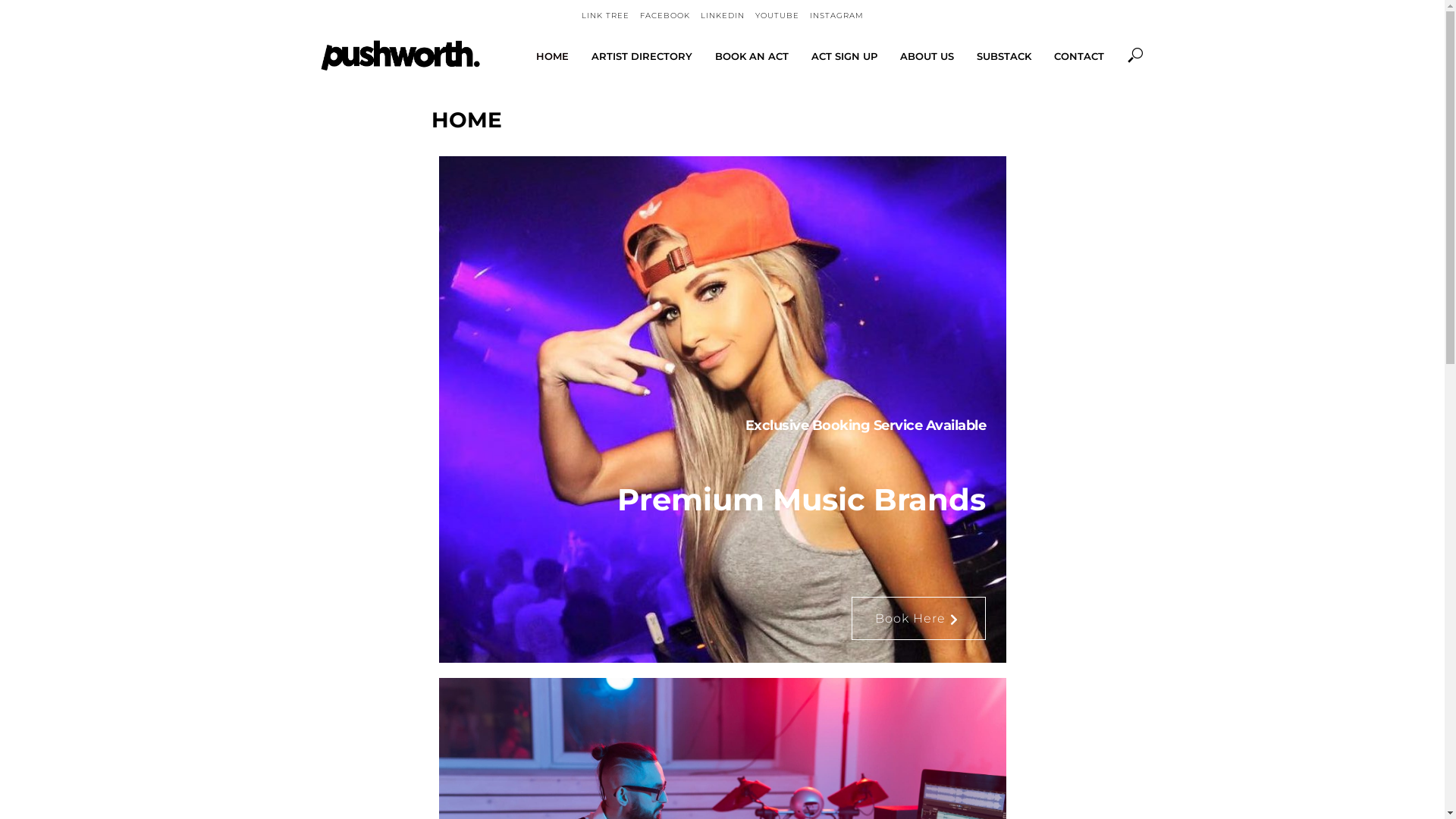  What do you see at coordinates (551, 55) in the screenshot?
I see `'HOME'` at bounding box center [551, 55].